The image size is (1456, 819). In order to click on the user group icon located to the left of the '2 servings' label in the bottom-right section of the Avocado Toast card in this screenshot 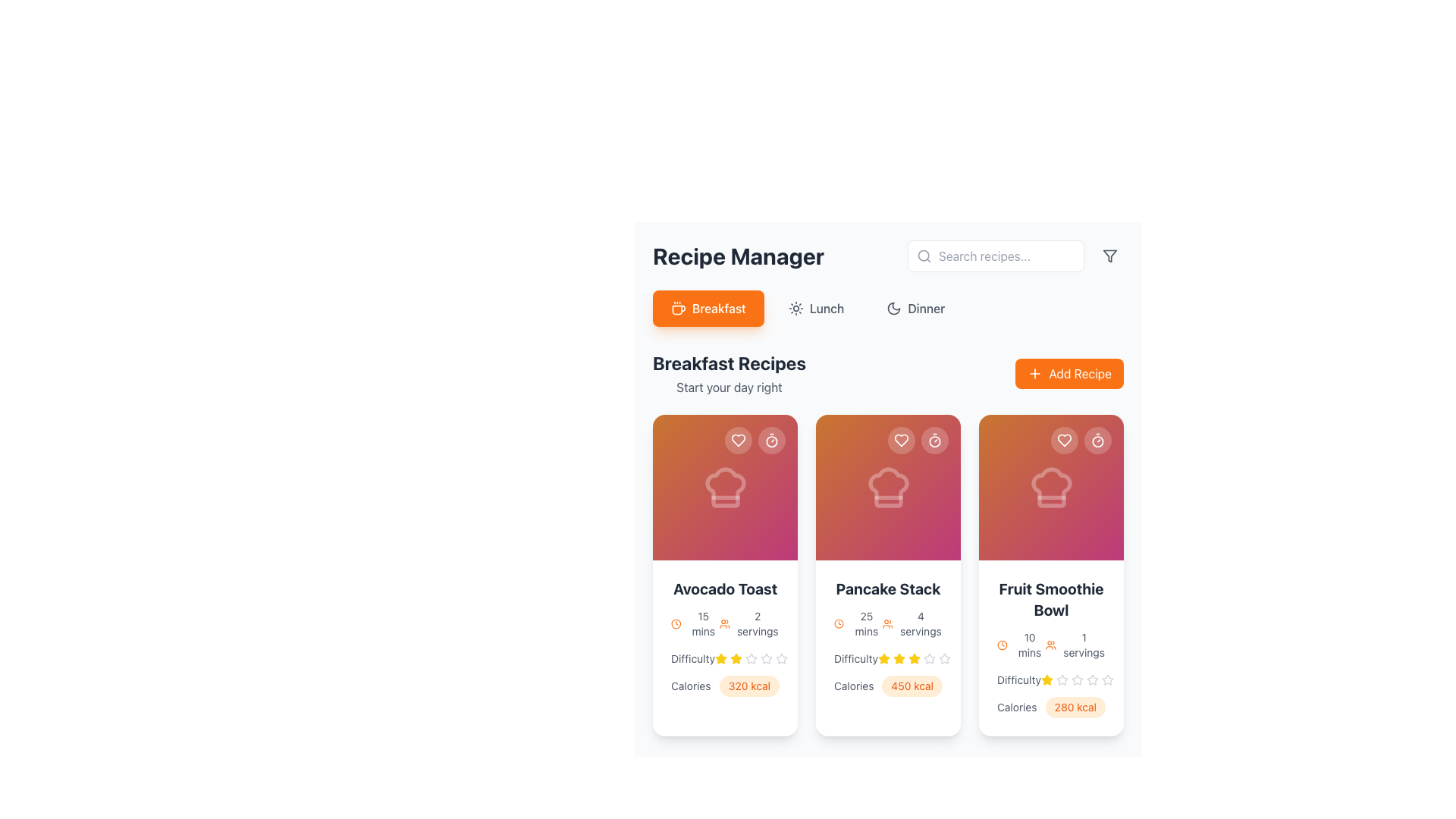, I will do `click(723, 623)`.